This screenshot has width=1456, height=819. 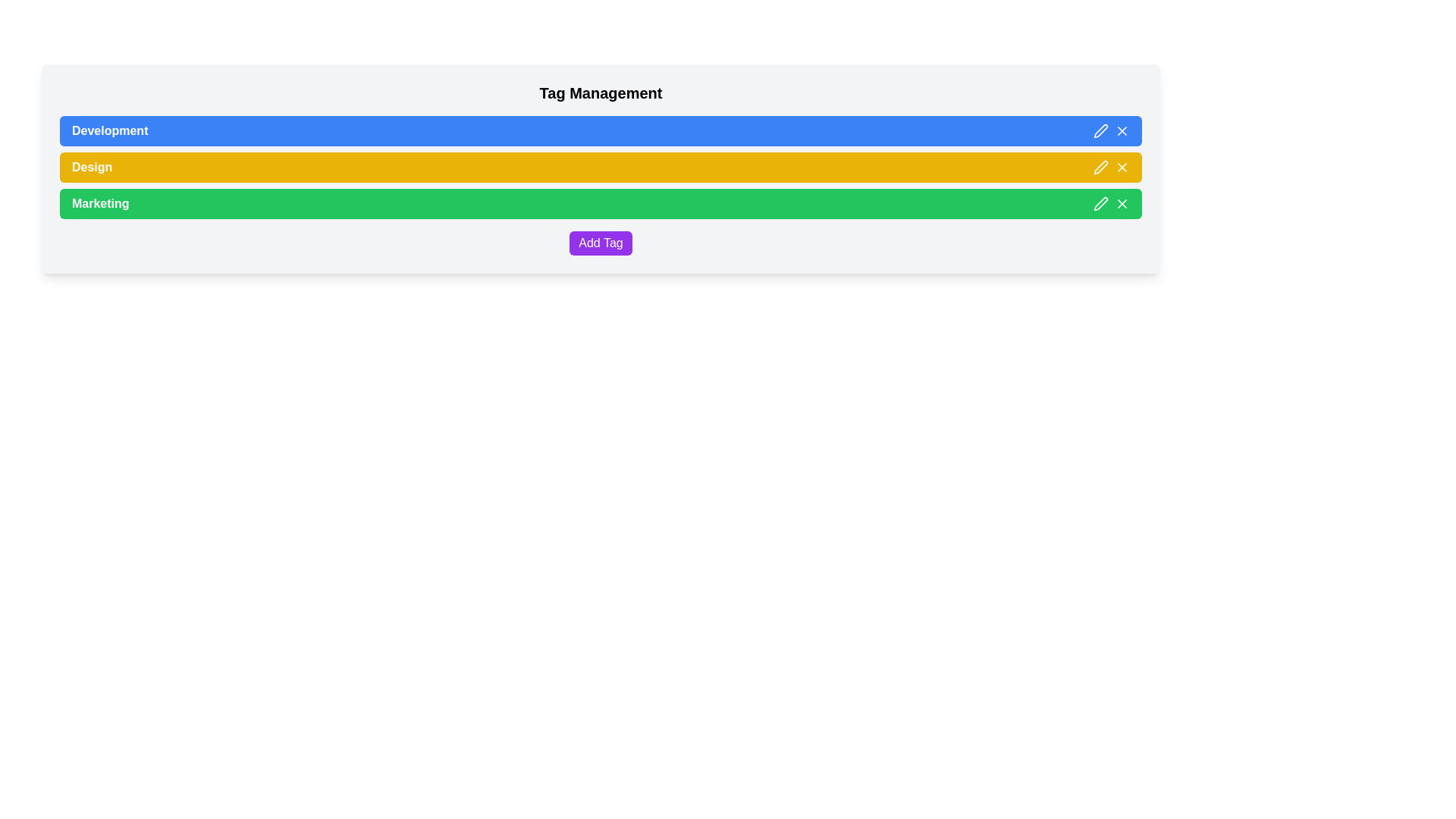 I want to click on text content of the 'Marketing' label located in the green-highlighted row, third from the top in a vertical list, so click(x=99, y=203).